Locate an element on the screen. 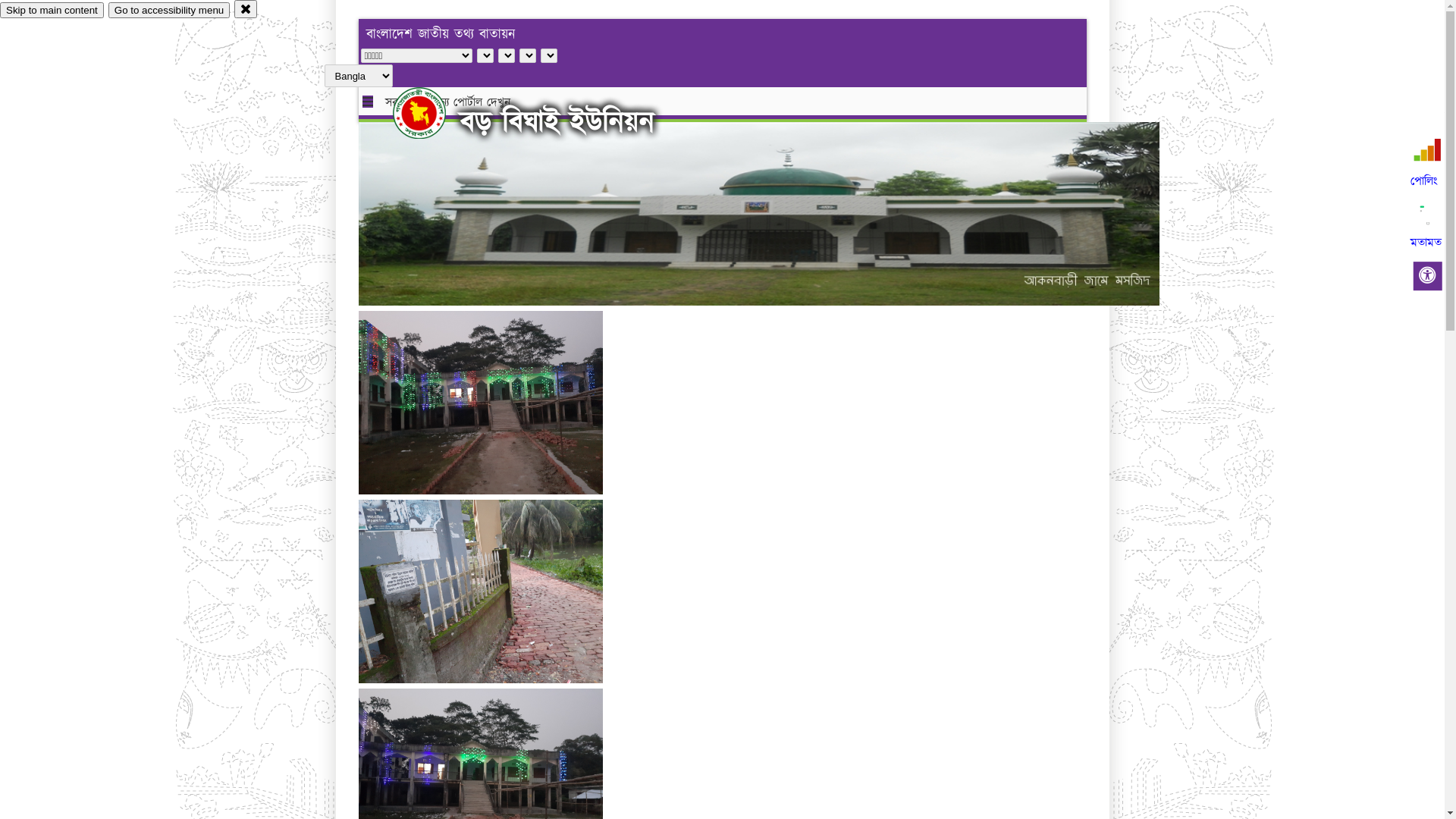  'Go to accessibility menu' is located at coordinates (168, 10).